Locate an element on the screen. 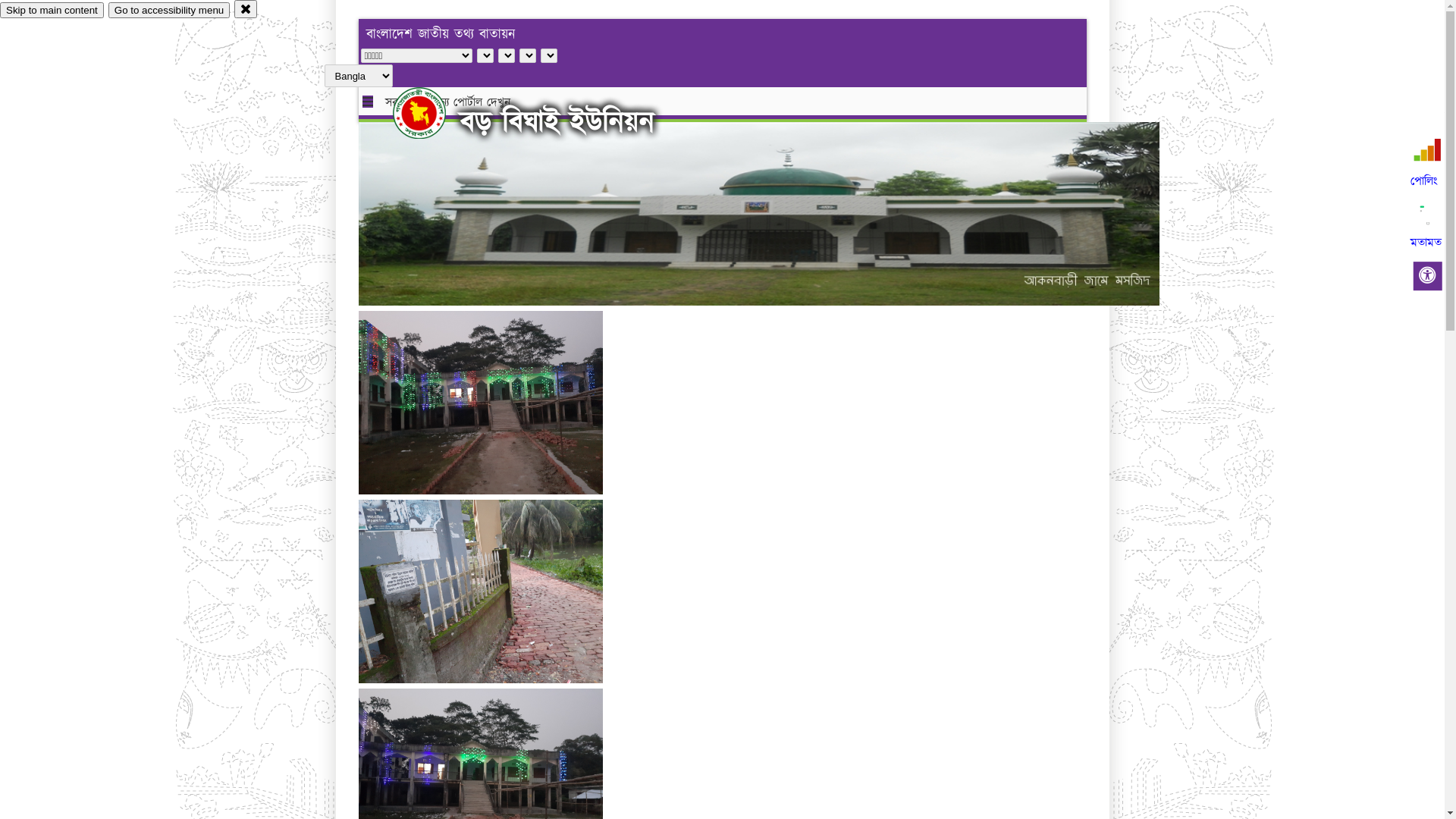  'Go to accessibility menu' is located at coordinates (168, 10).